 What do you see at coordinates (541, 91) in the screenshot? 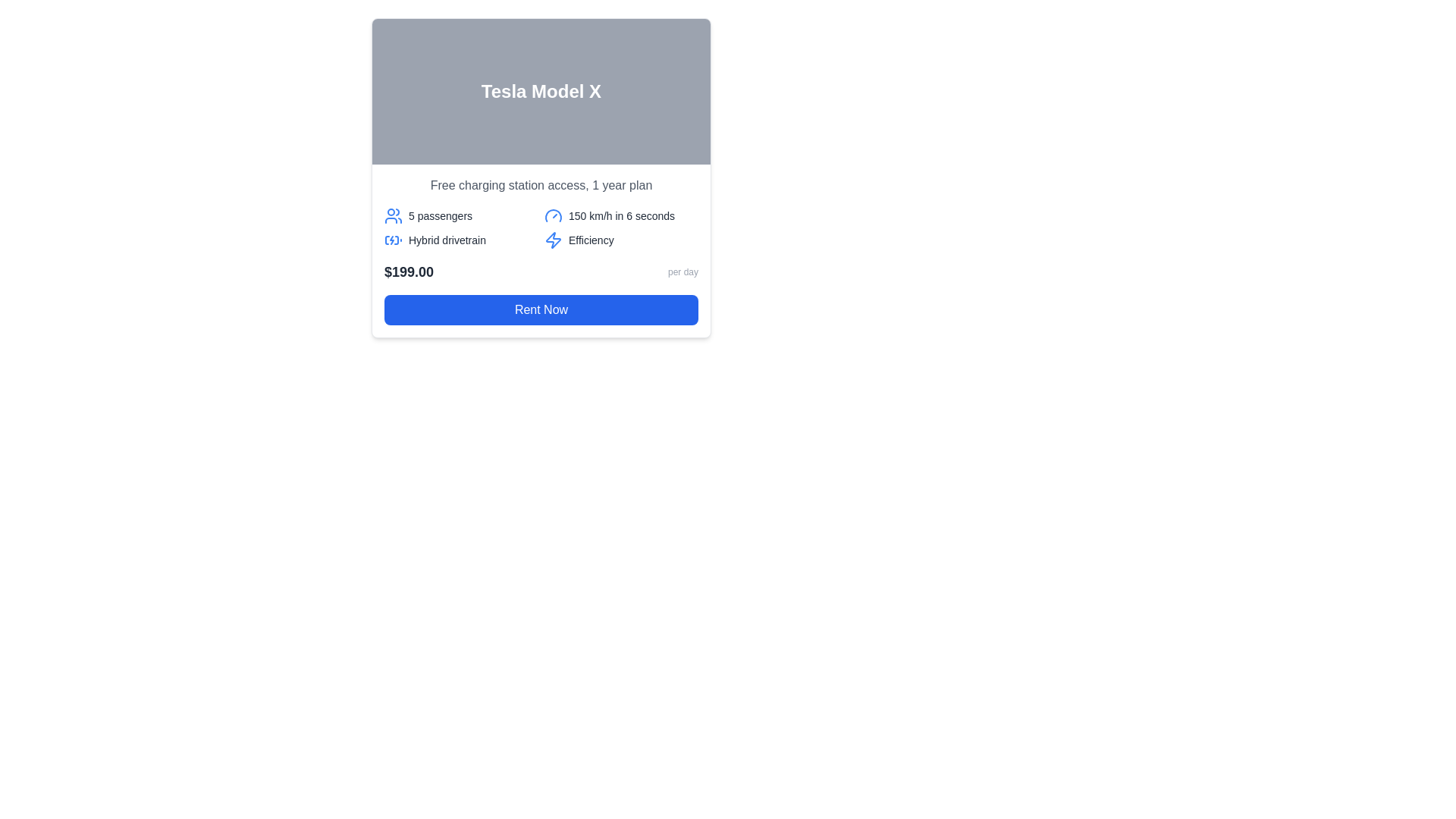
I see `title text element indicating the name of the product, which is 'Tesla Model X', located at the top of the card` at bounding box center [541, 91].